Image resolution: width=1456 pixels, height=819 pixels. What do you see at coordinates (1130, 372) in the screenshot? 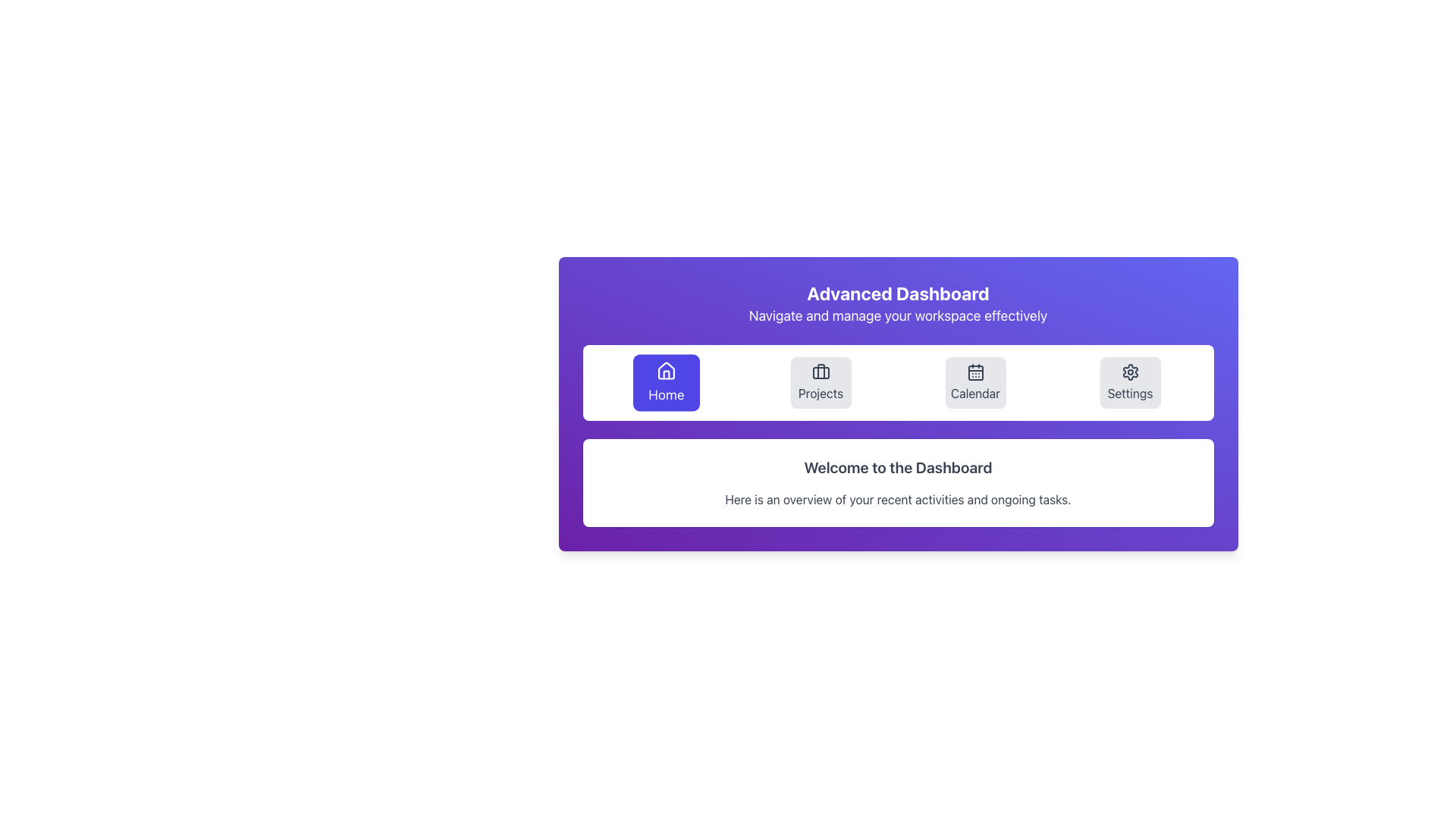
I see `the gear-shaped icon styled as an outlined setting symbol located within the 'Settings' button in the navigation bar` at bounding box center [1130, 372].